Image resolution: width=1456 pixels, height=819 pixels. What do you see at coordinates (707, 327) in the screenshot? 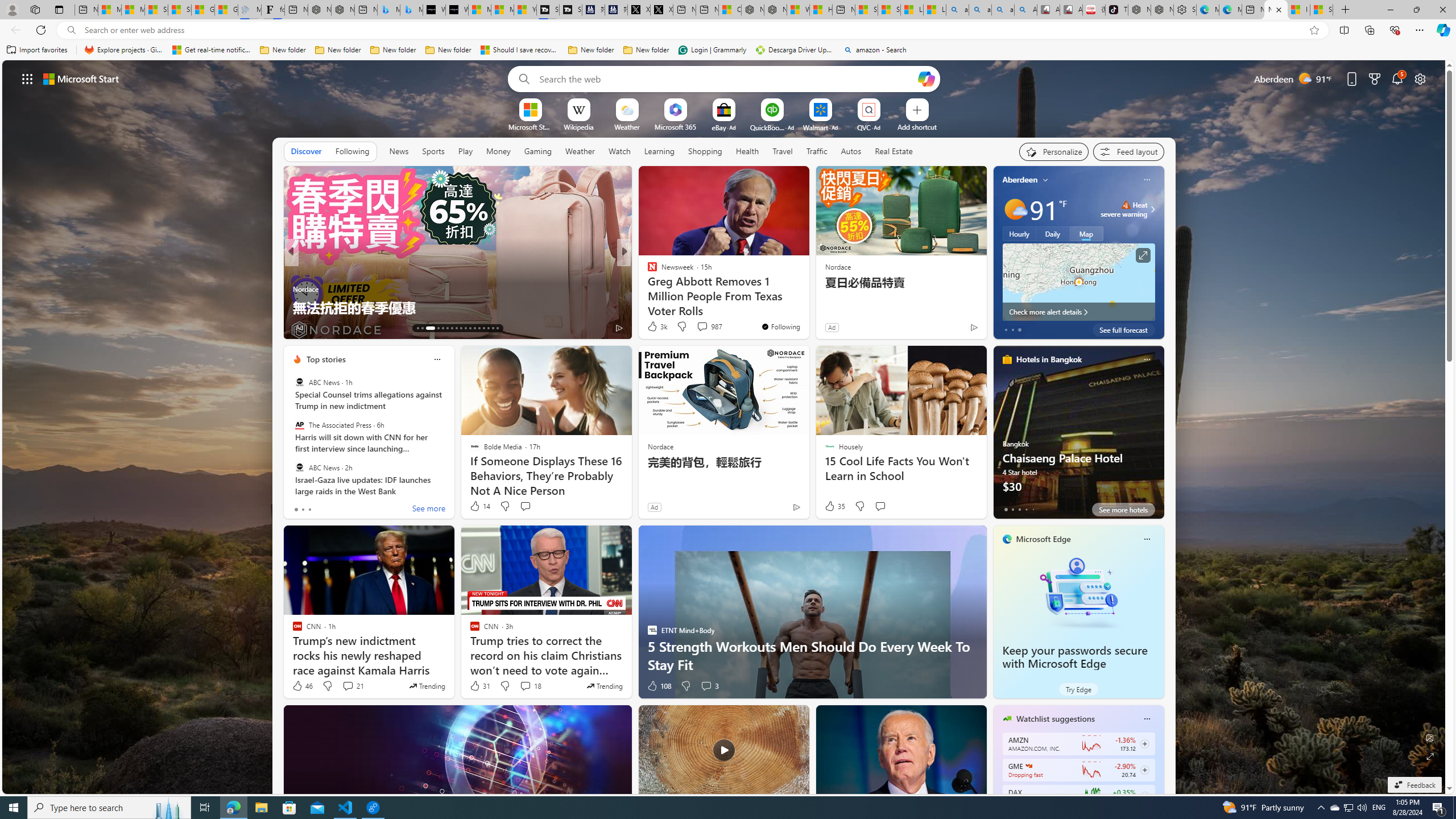
I see `'View comments 22 Comment'` at bounding box center [707, 327].